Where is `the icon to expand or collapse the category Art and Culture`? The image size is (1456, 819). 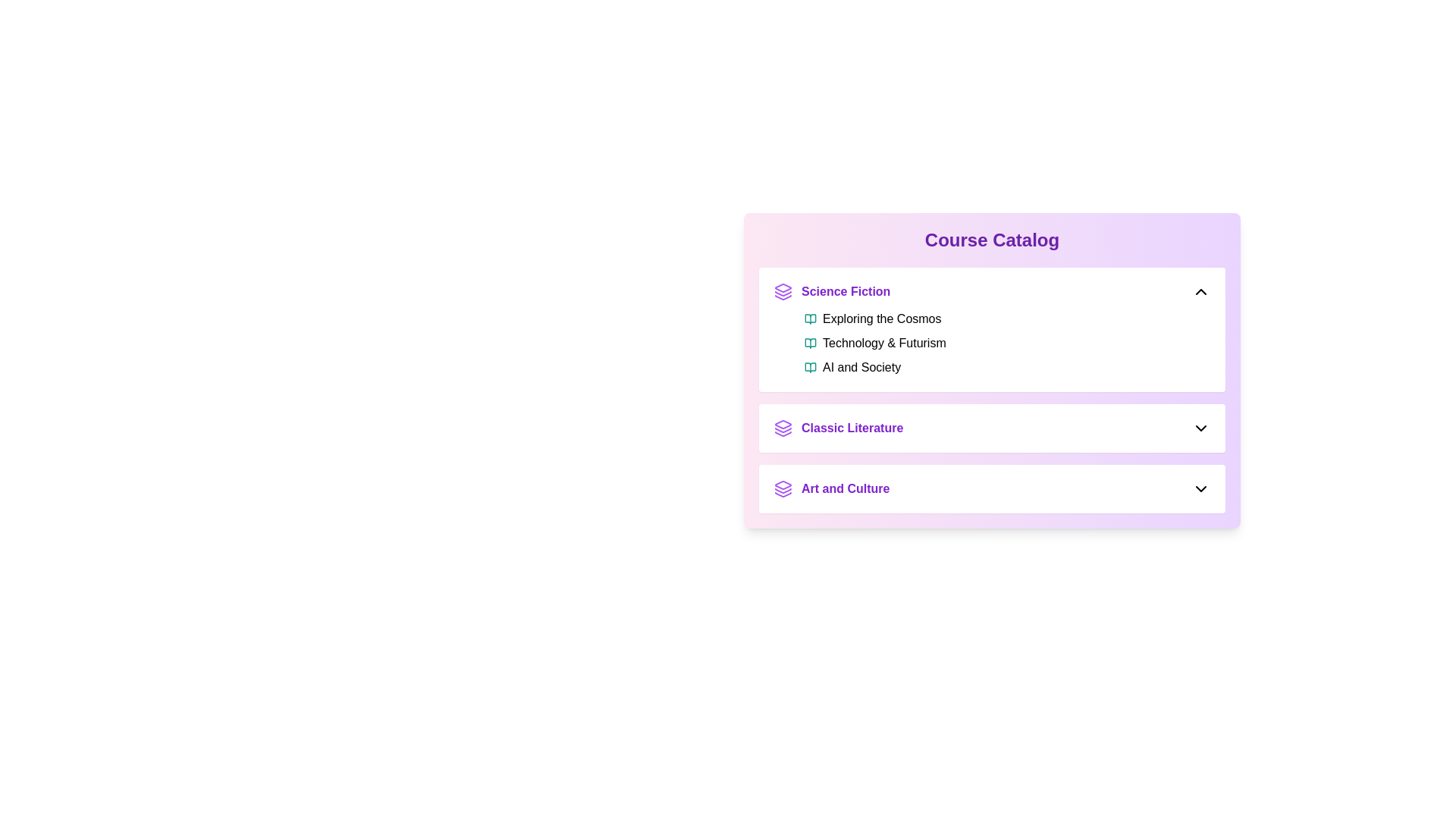 the icon to expand or collapse the category Art and Culture is located at coordinates (1200, 488).